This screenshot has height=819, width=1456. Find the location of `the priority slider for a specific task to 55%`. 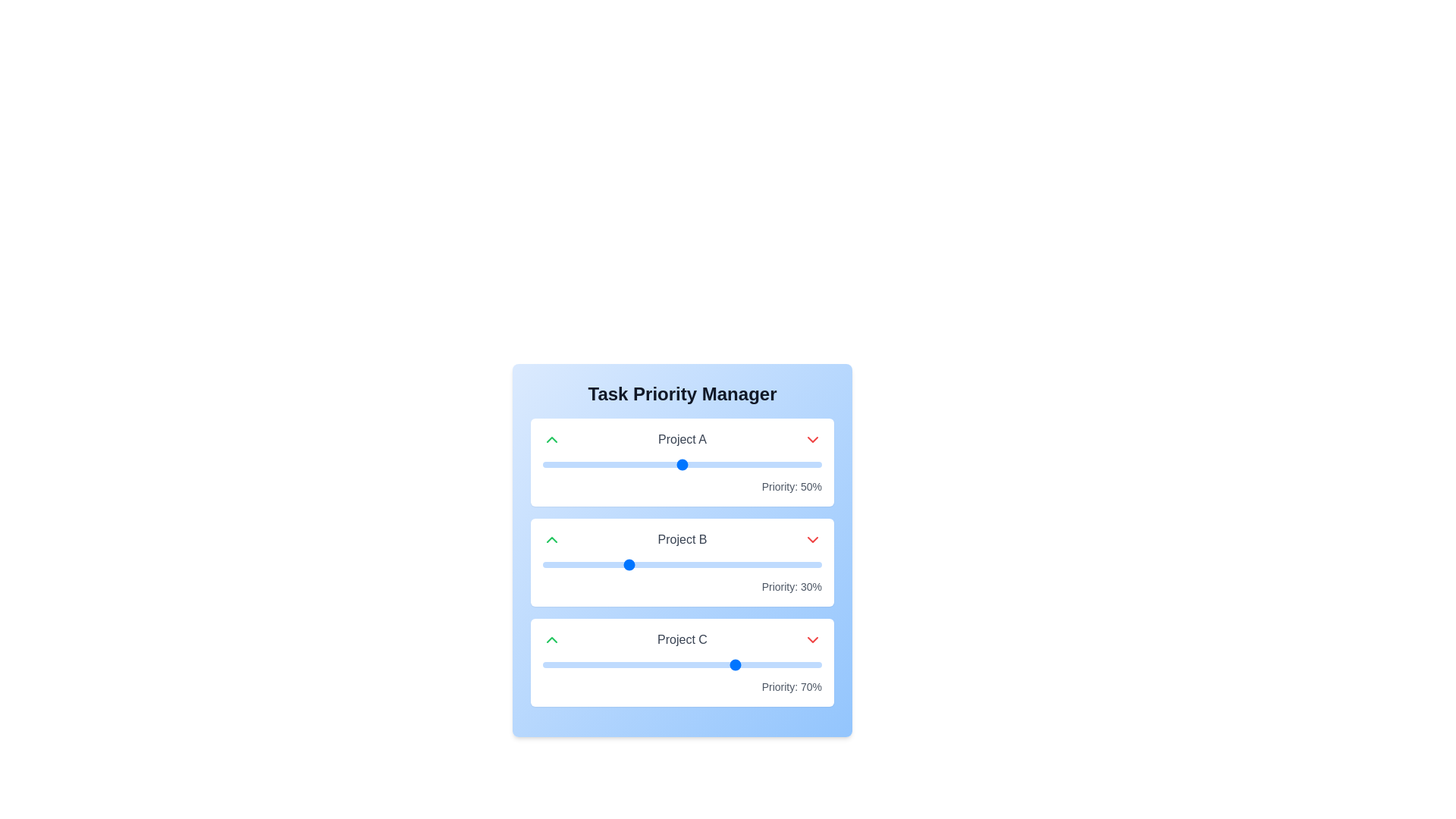

the priority slider for a specific task to 55% is located at coordinates (695, 464).